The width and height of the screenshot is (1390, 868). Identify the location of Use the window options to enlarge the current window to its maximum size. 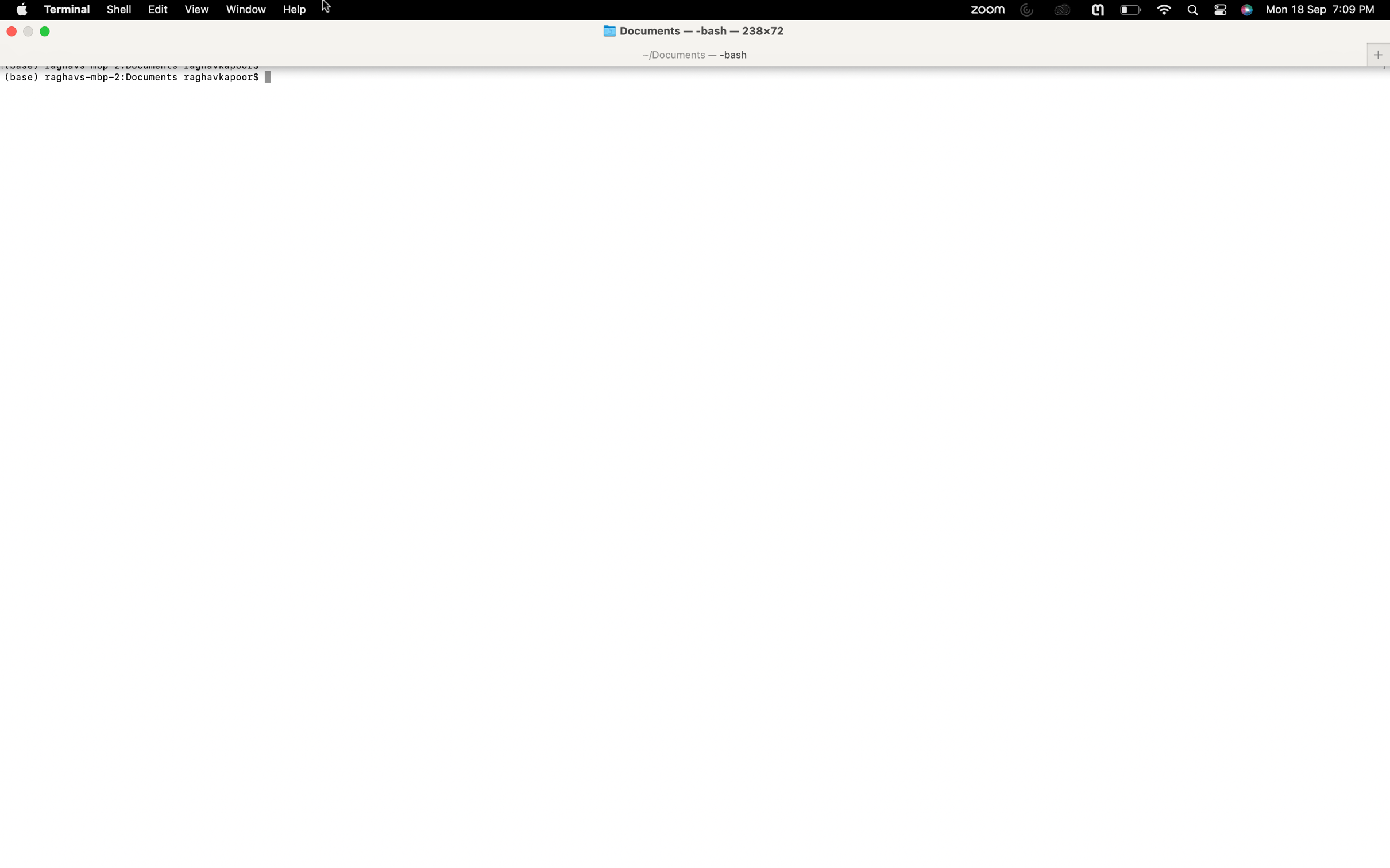
(245, 10).